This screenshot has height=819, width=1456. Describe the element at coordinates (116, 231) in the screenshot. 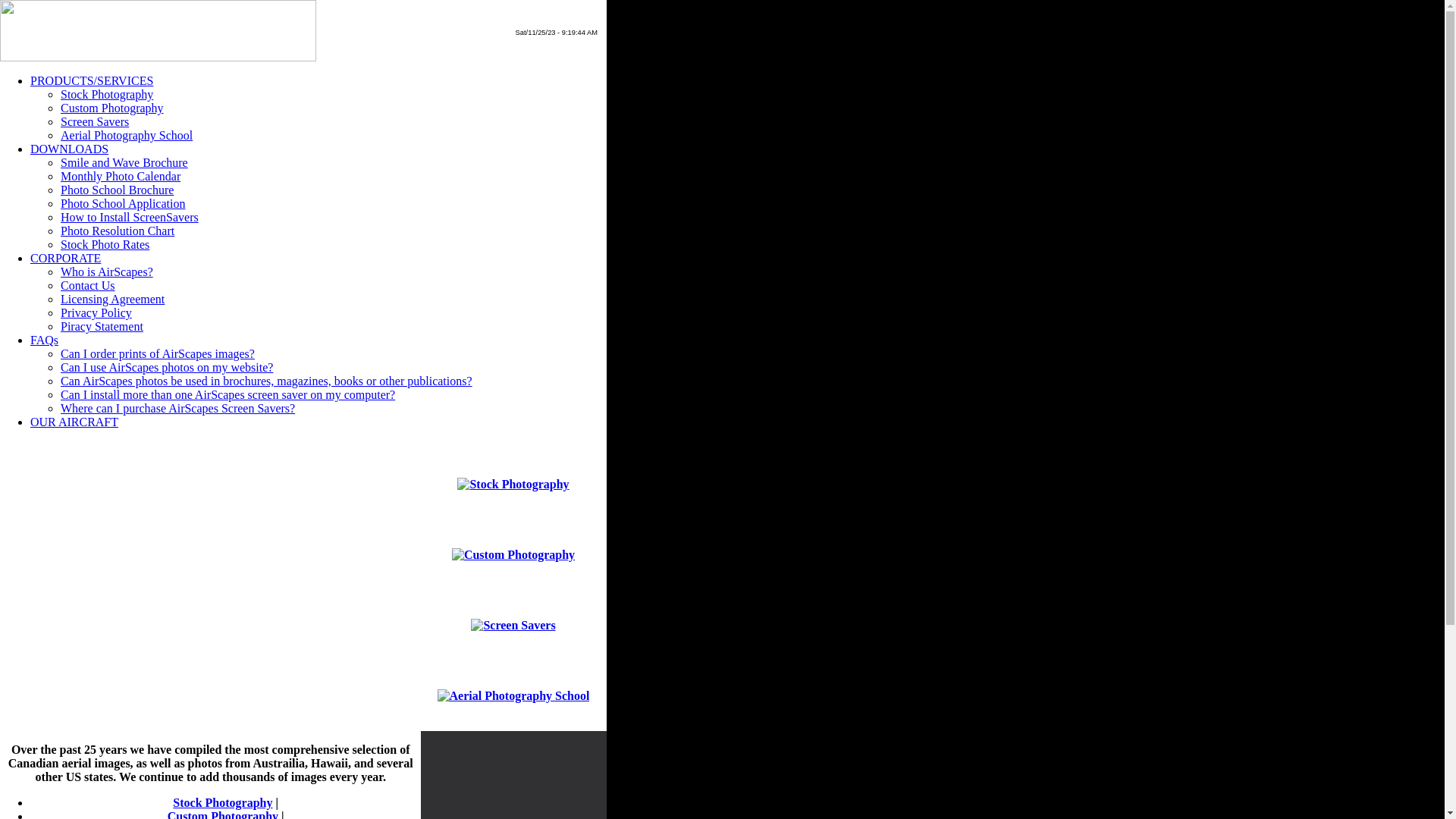

I see `'Photo Resolution Chart'` at that location.